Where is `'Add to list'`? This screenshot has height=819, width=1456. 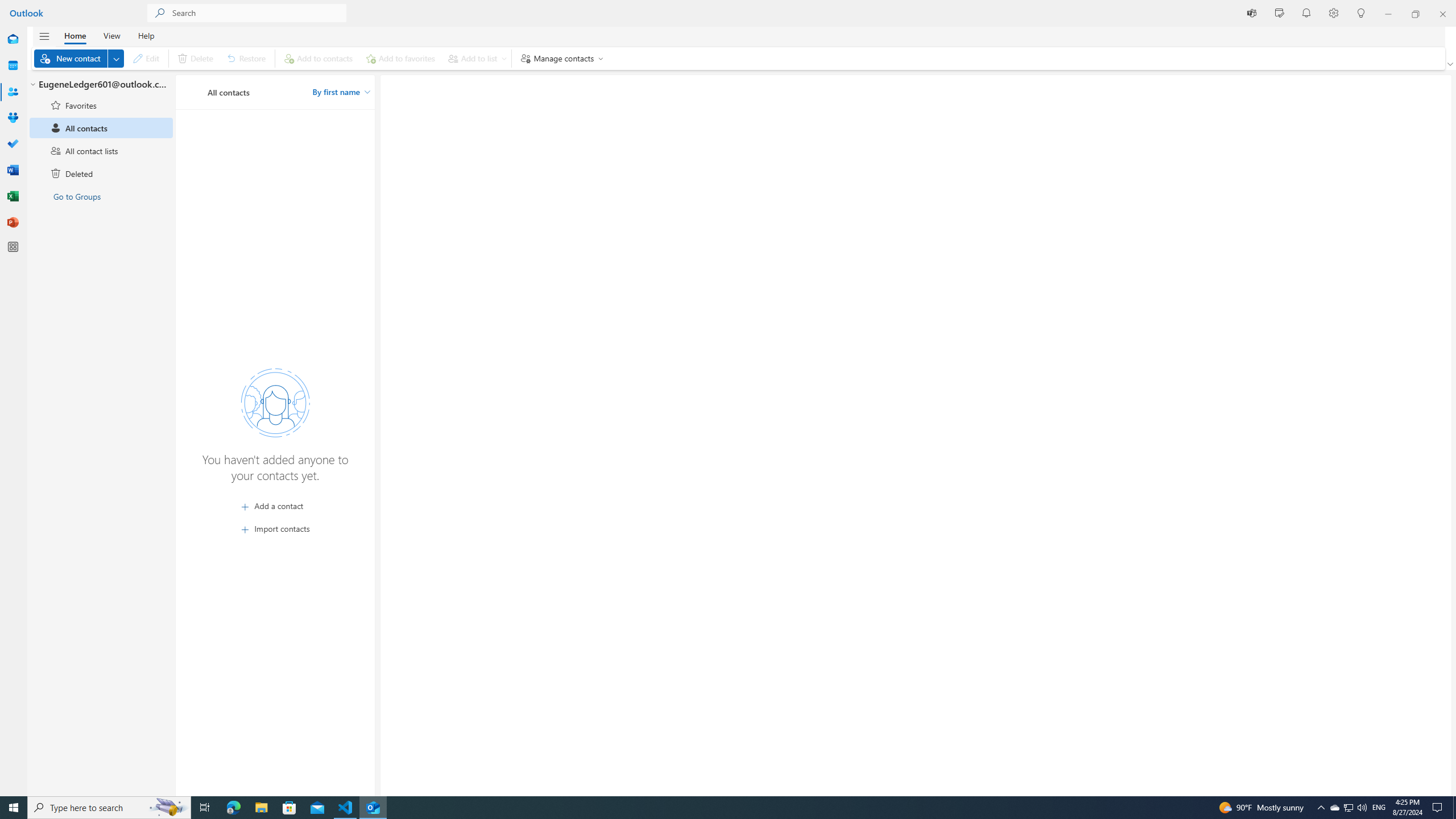 'Add to list' is located at coordinates (475, 58).